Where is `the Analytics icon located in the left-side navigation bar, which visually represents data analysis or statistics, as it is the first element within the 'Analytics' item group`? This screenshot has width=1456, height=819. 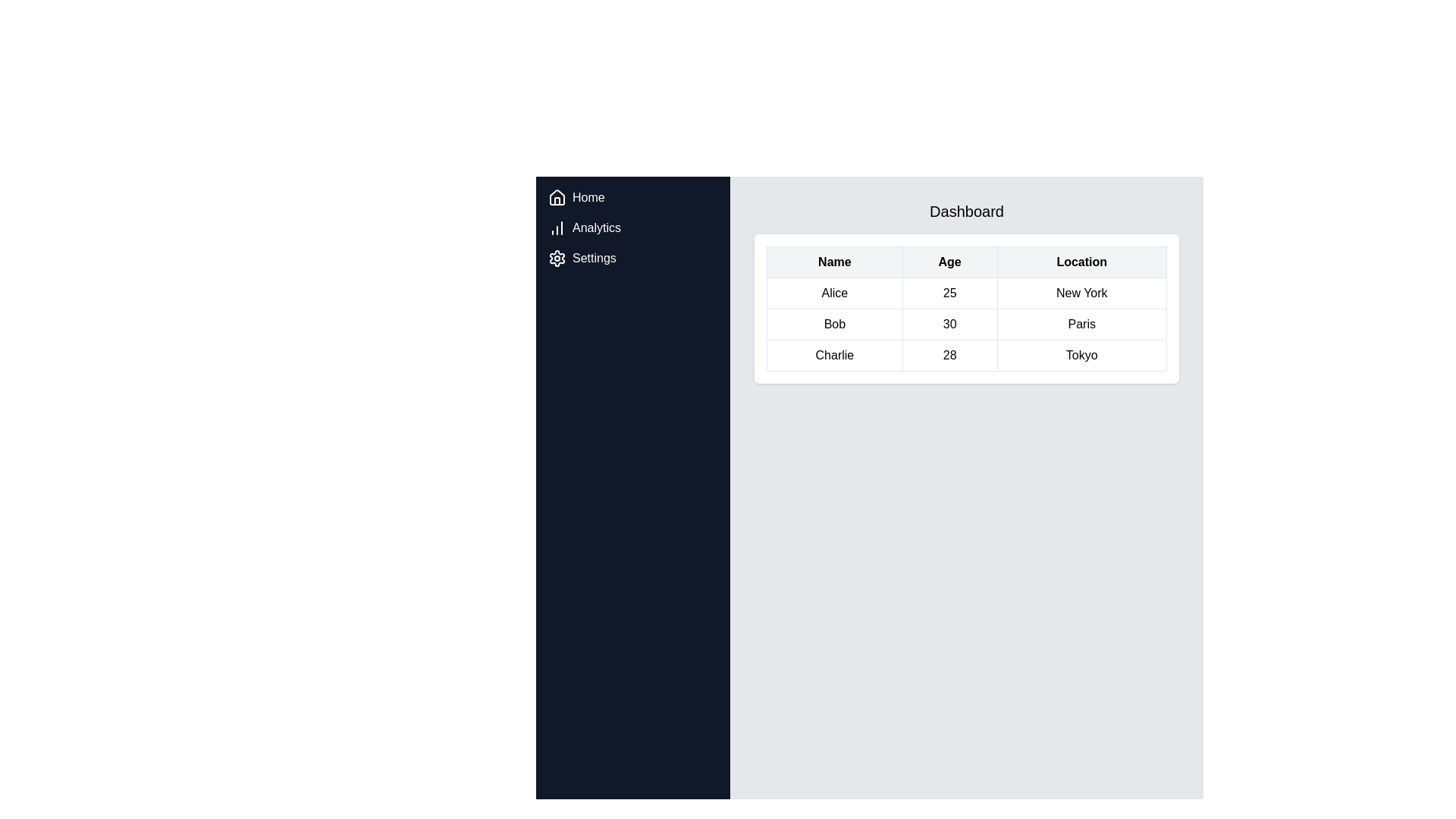 the Analytics icon located in the left-side navigation bar, which visually represents data analysis or statistics, as it is the first element within the 'Analytics' item group is located at coordinates (556, 227).